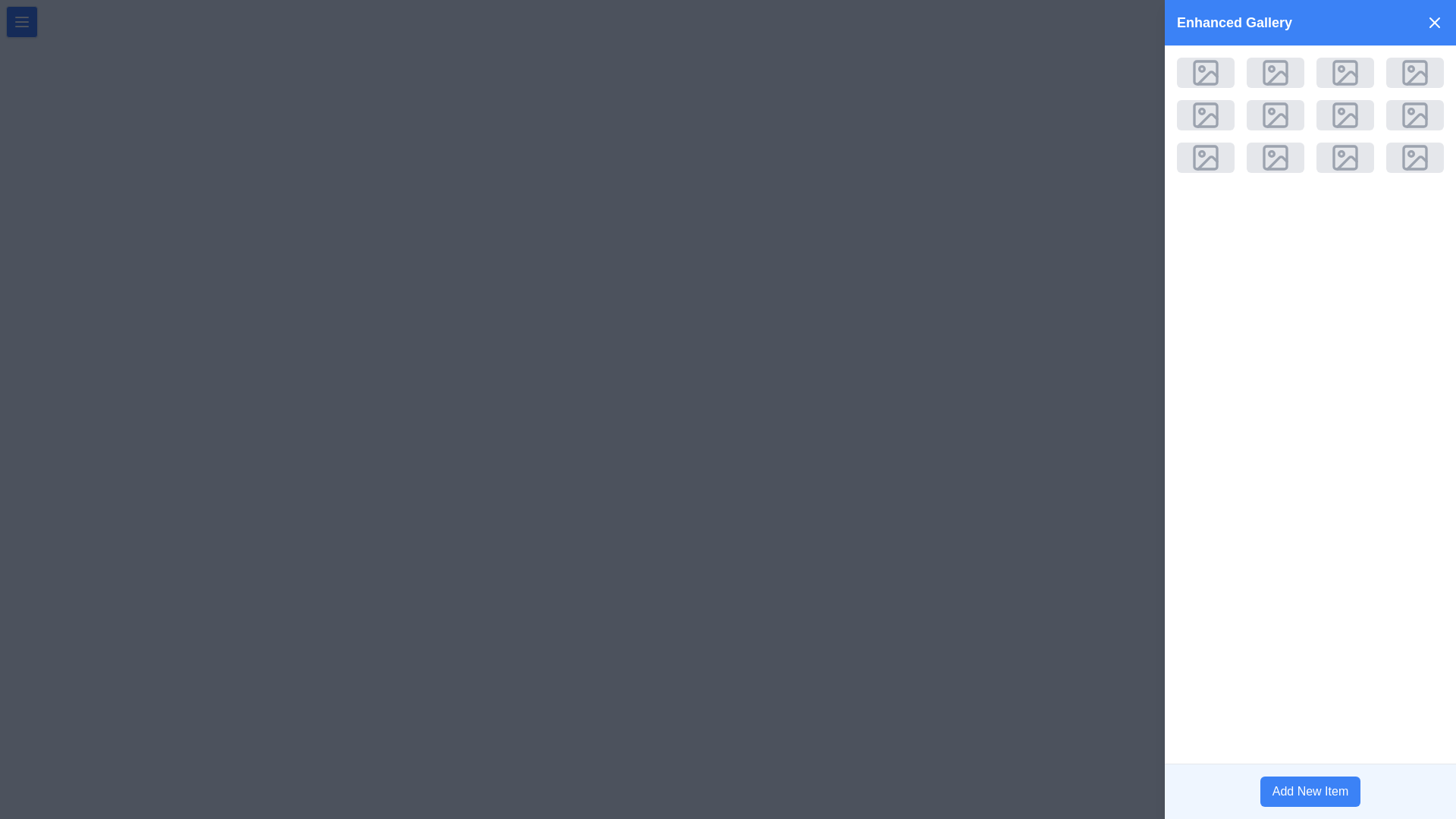 This screenshot has height=819, width=1456. I want to click on the top-left bordered square icon with rounded corners that contains additional graphical details, rendered in gray, so click(1204, 73).